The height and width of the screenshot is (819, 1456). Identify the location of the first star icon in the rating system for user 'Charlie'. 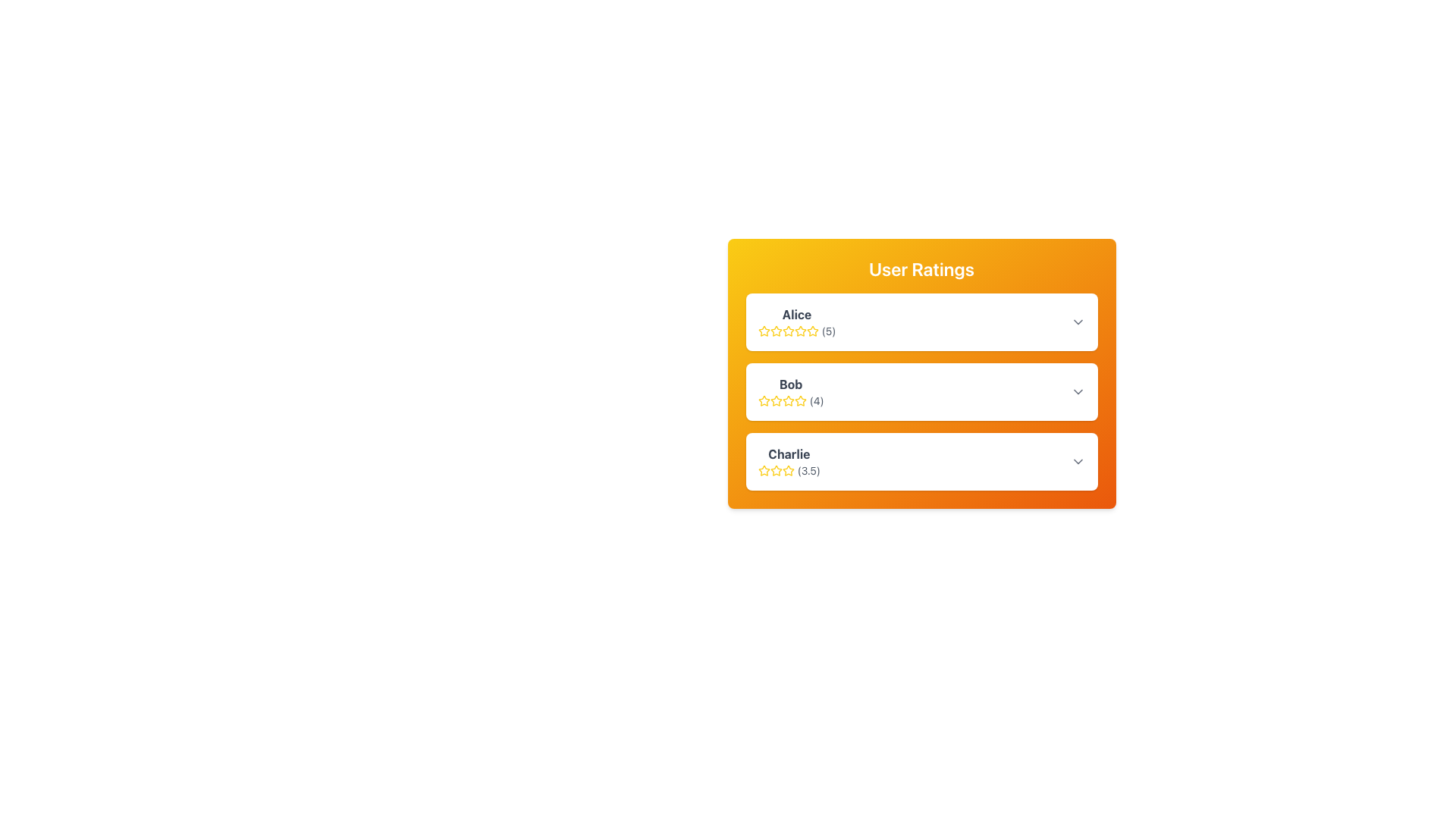
(764, 470).